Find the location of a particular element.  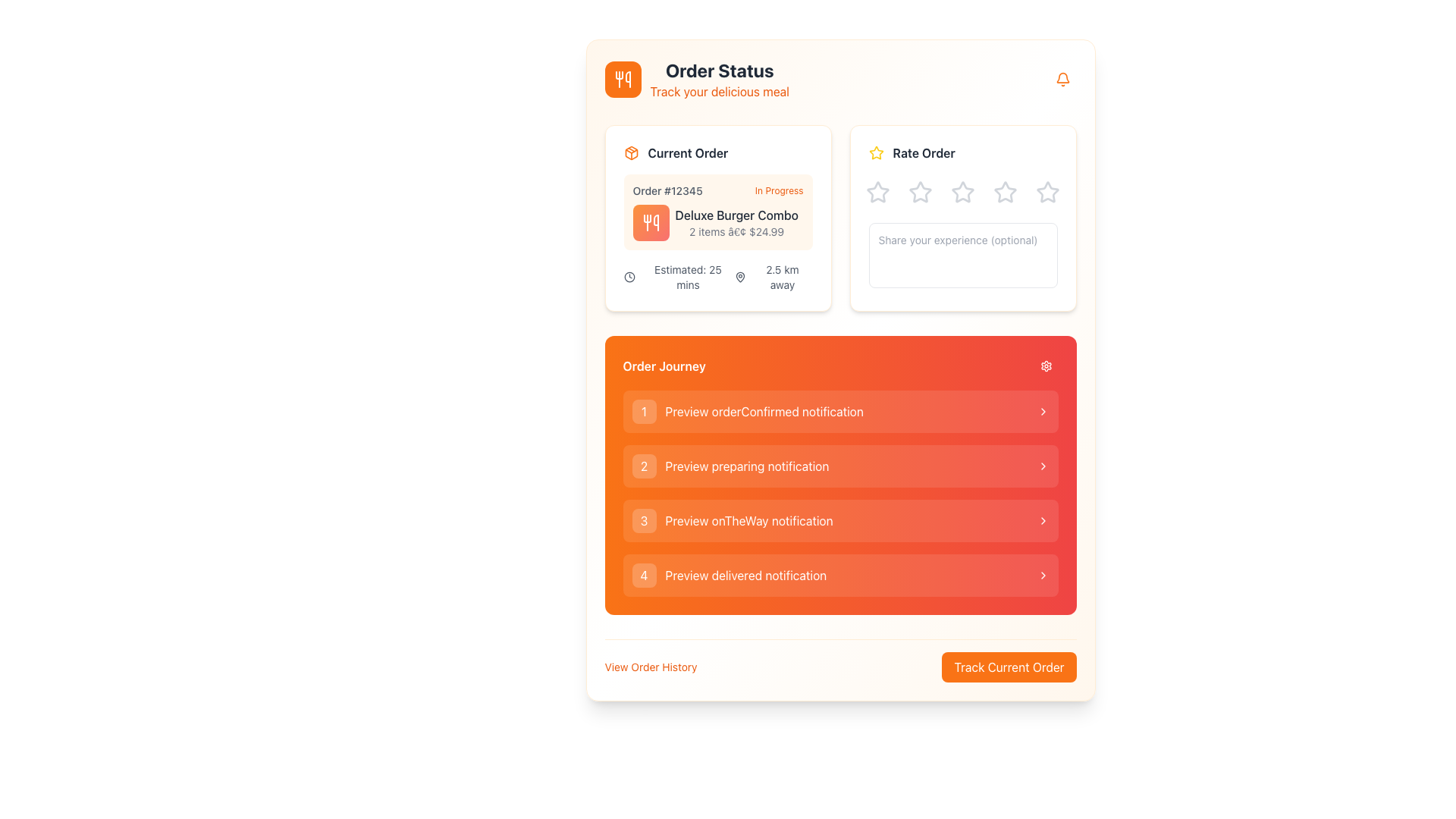

the 'Order Status' text label that provides context for the section, located at the top left corner of the application interface, next to an orange utensils icon is located at coordinates (719, 79).